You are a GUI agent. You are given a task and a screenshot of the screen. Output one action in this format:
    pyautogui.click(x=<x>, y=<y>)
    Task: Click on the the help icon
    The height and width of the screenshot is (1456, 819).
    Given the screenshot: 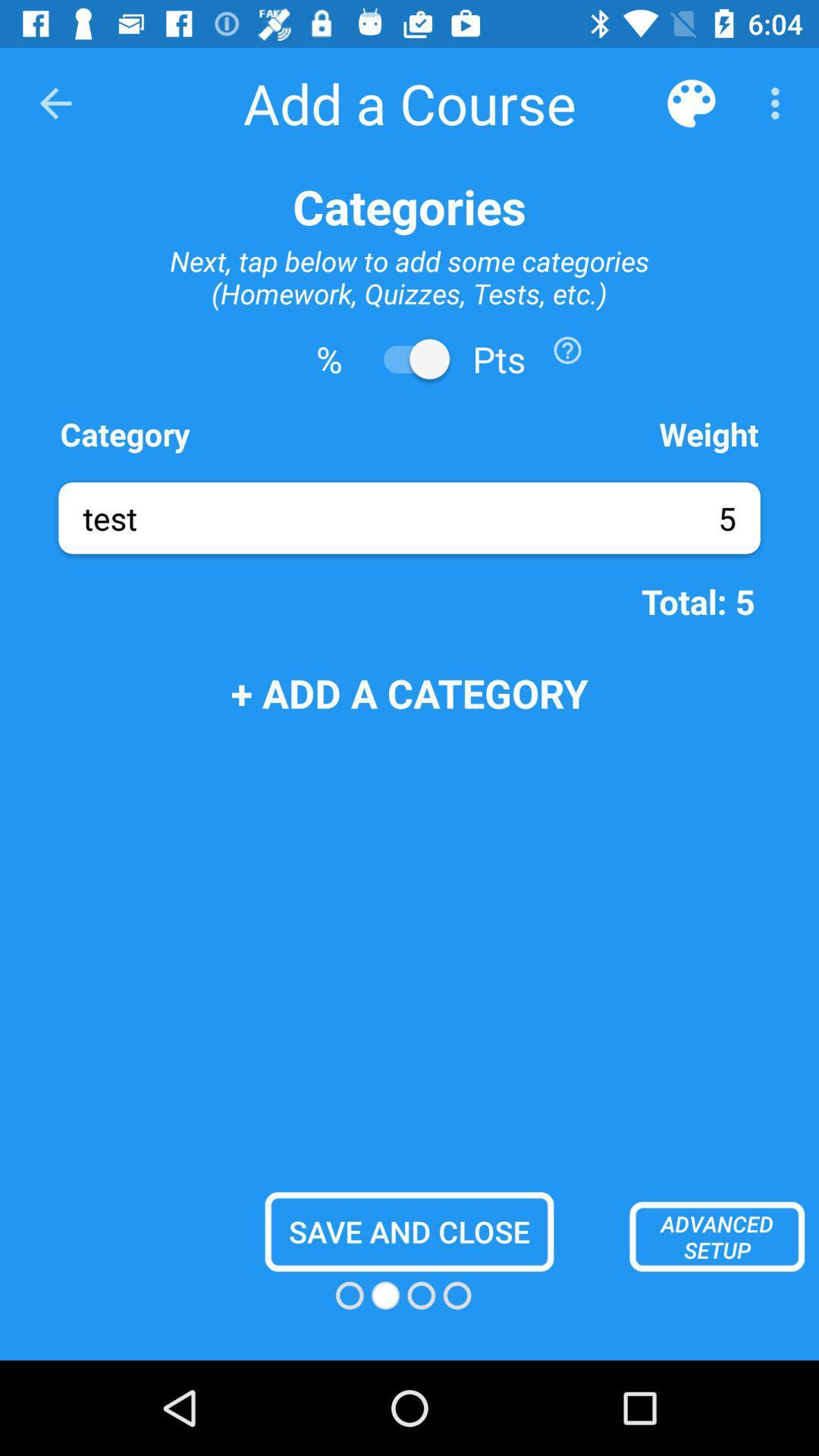 What is the action you would take?
    pyautogui.click(x=567, y=349)
    